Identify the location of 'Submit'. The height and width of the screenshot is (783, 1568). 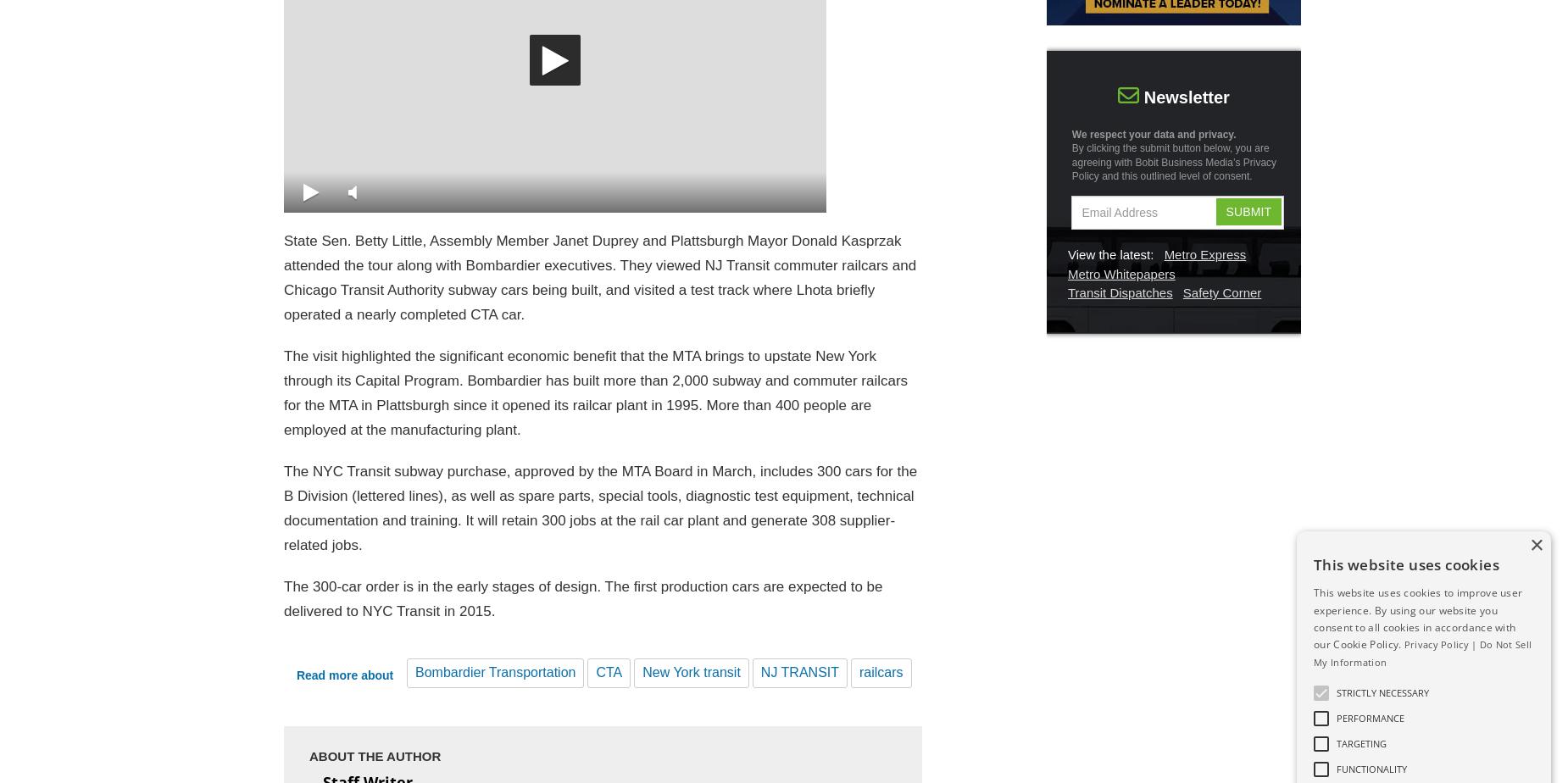
(1248, 211).